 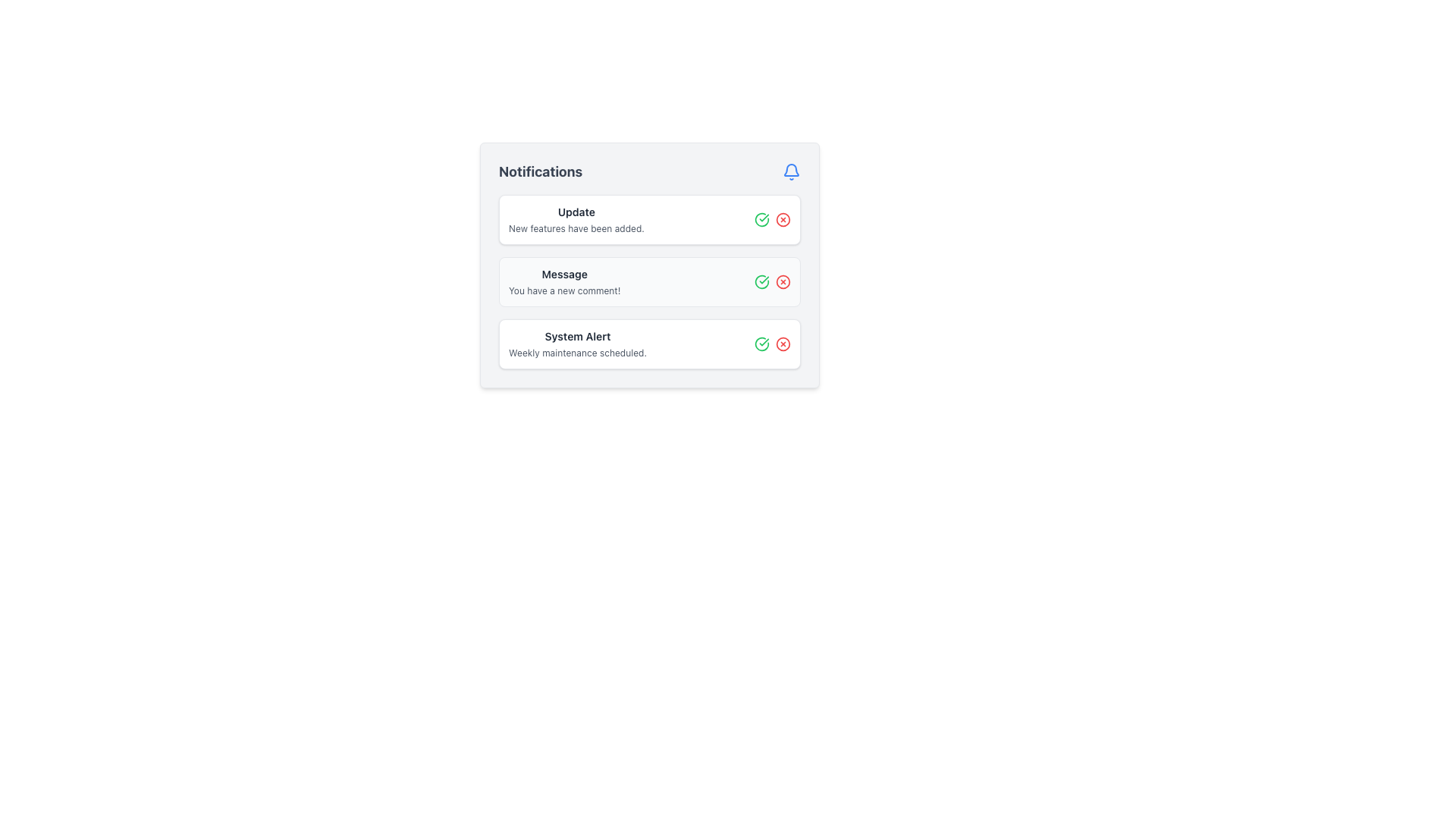 What do you see at coordinates (577, 344) in the screenshot?
I see `Notification item located in the third row of a vertically arranged notification list, just below the Notification header 'Message'` at bounding box center [577, 344].